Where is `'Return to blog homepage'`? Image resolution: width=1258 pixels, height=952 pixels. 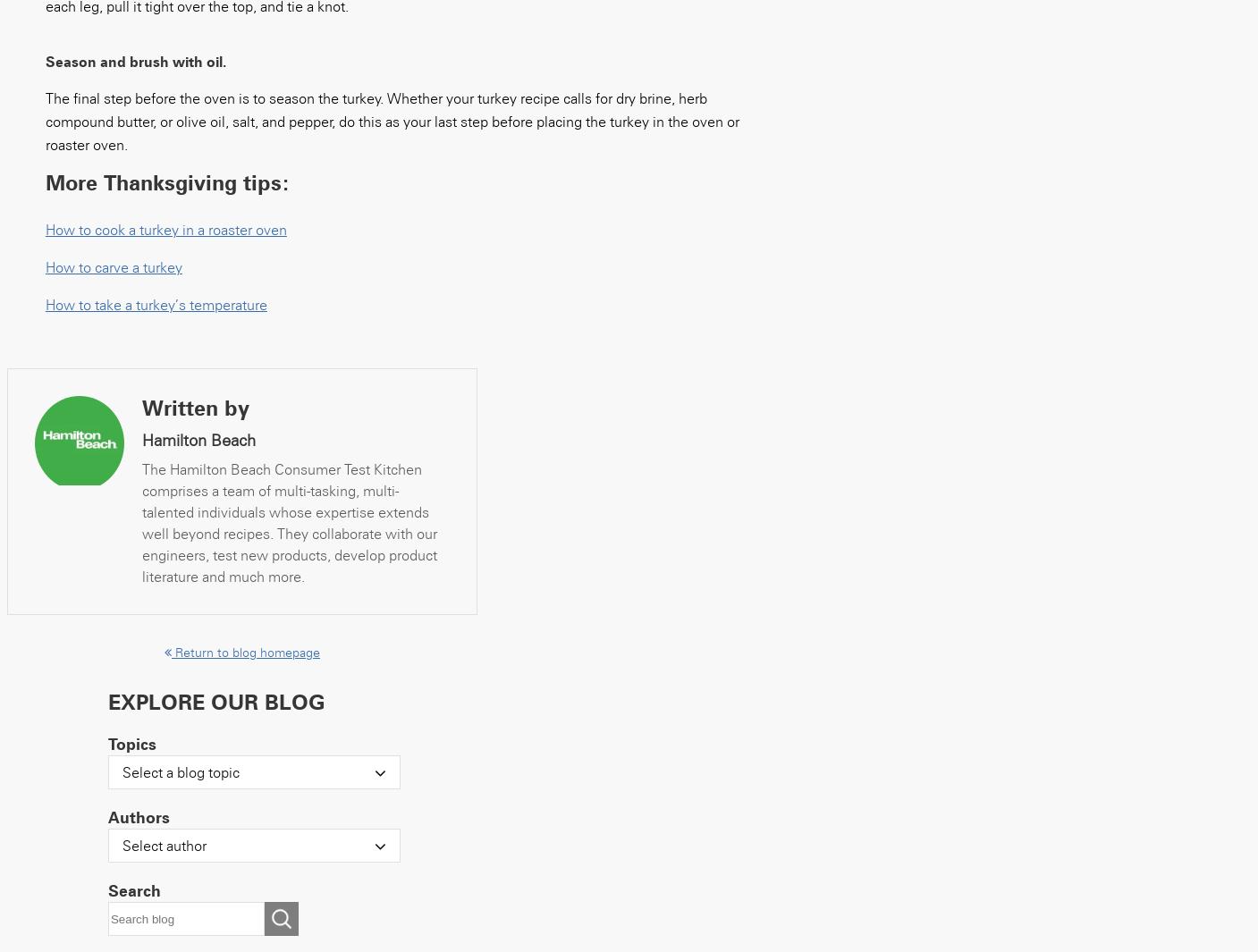
'Return to blog homepage' is located at coordinates (243, 652).